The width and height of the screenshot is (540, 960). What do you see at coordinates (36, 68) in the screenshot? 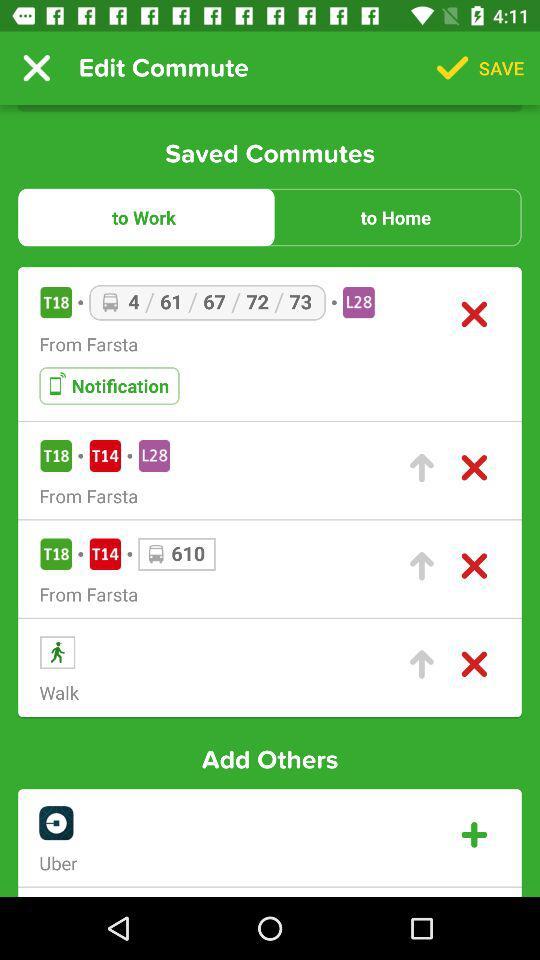
I see `item next to the edit commute icon` at bounding box center [36, 68].